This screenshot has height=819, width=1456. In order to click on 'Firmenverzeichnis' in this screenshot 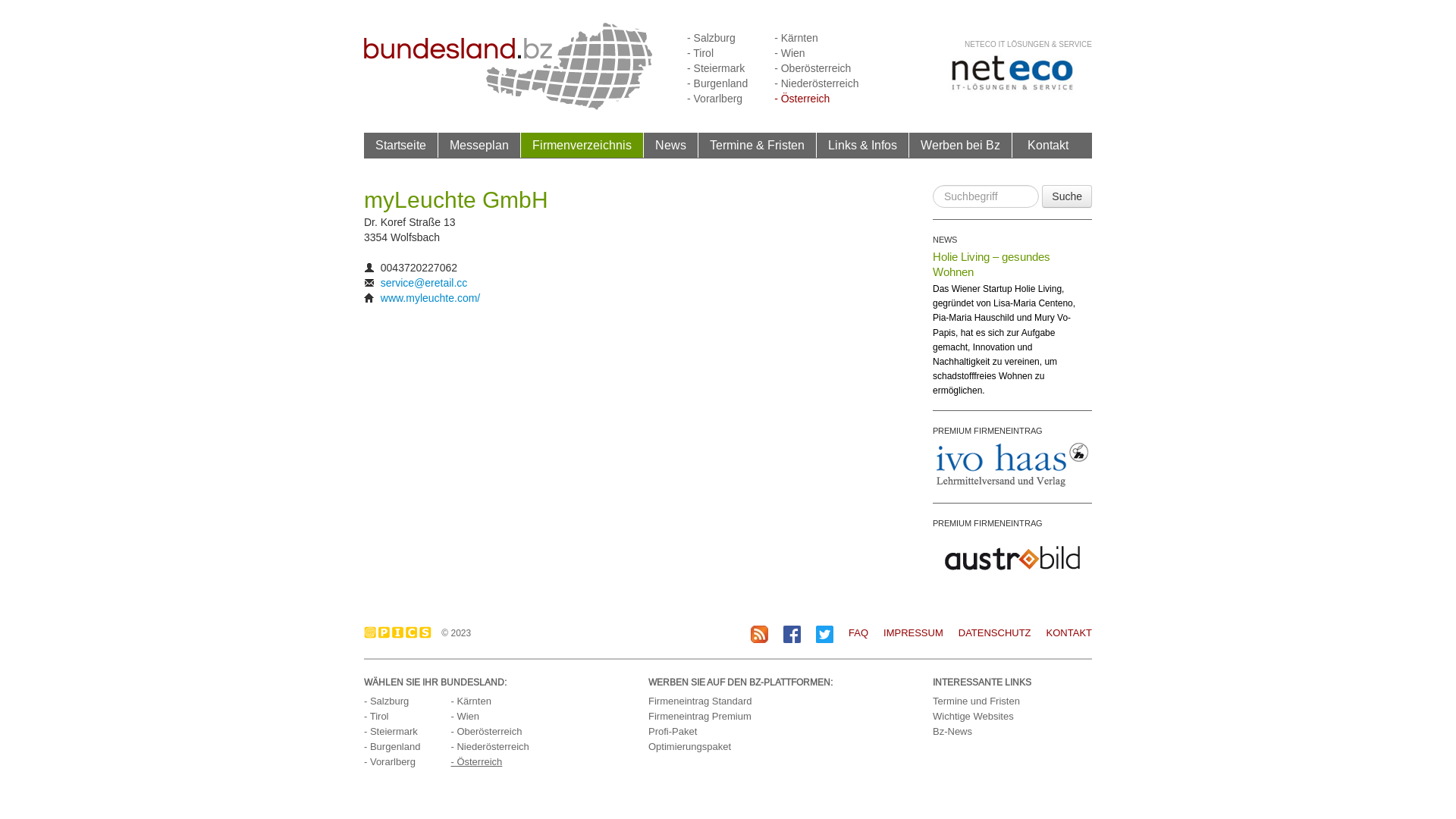, I will do `click(582, 145)`.